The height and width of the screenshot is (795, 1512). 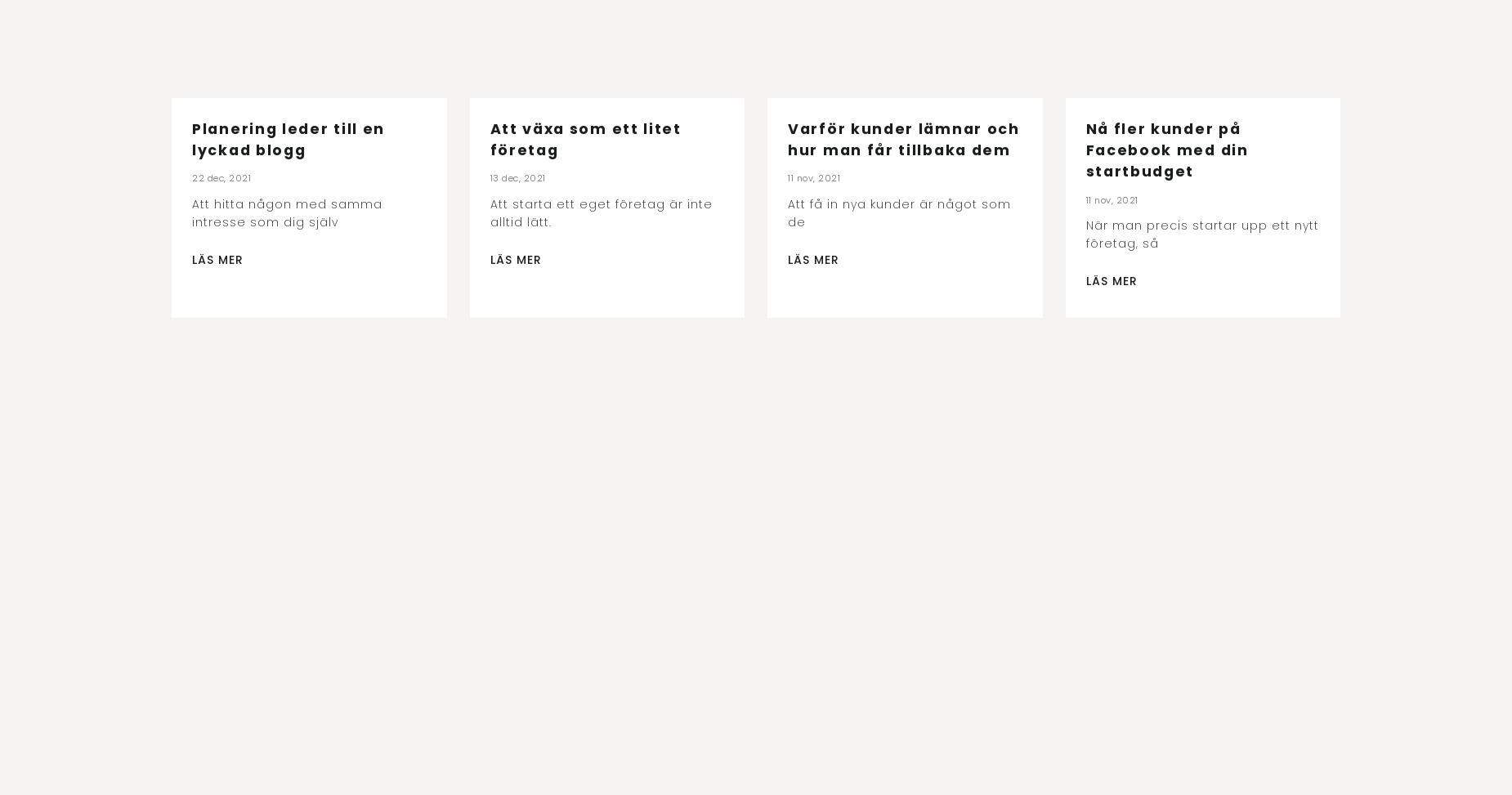 What do you see at coordinates (287, 139) in the screenshot?
I see `'Planering leder till en lyckad blogg'` at bounding box center [287, 139].